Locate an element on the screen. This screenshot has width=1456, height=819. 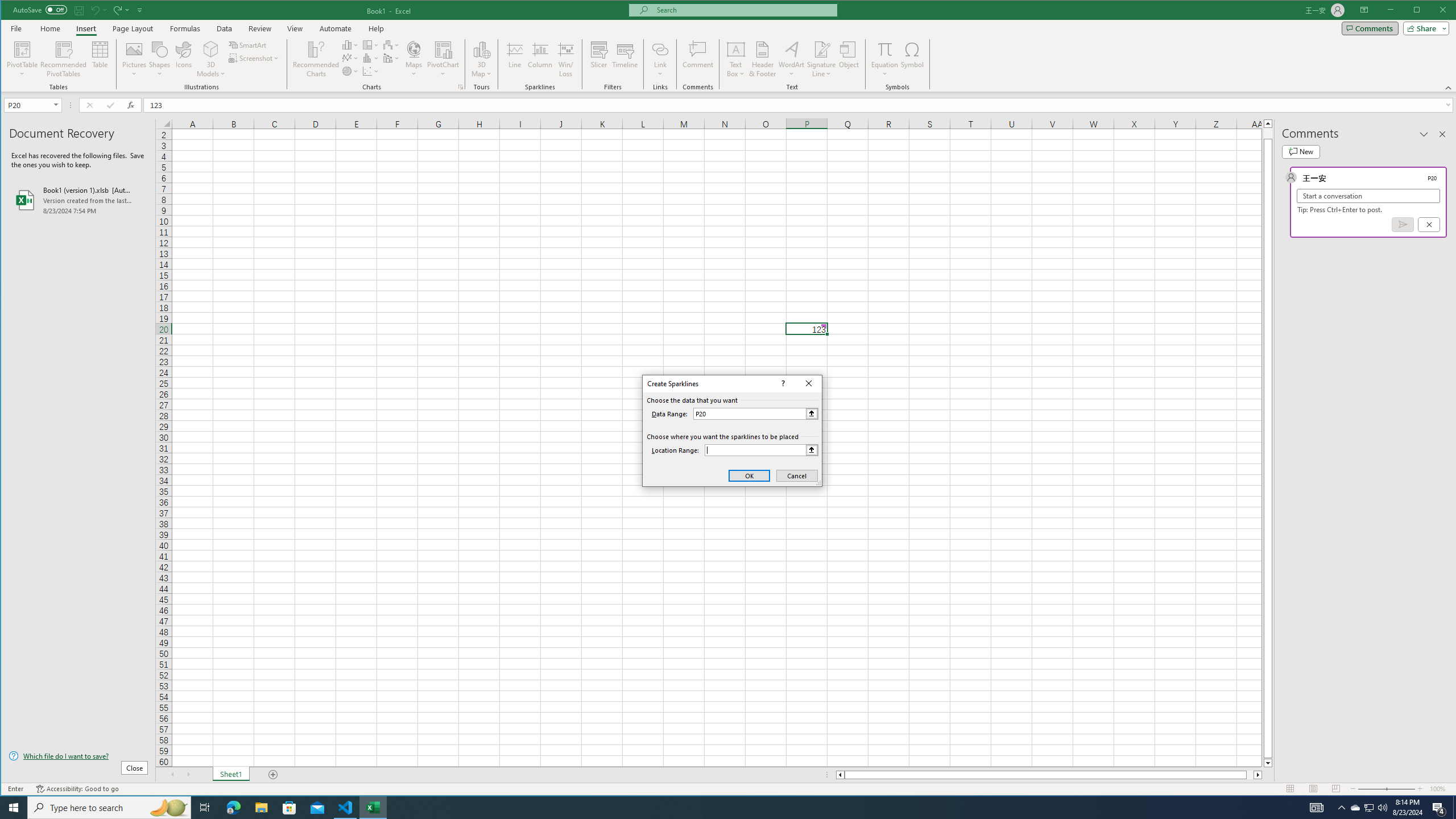
'Show desktop' is located at coordinates (1454, 806).